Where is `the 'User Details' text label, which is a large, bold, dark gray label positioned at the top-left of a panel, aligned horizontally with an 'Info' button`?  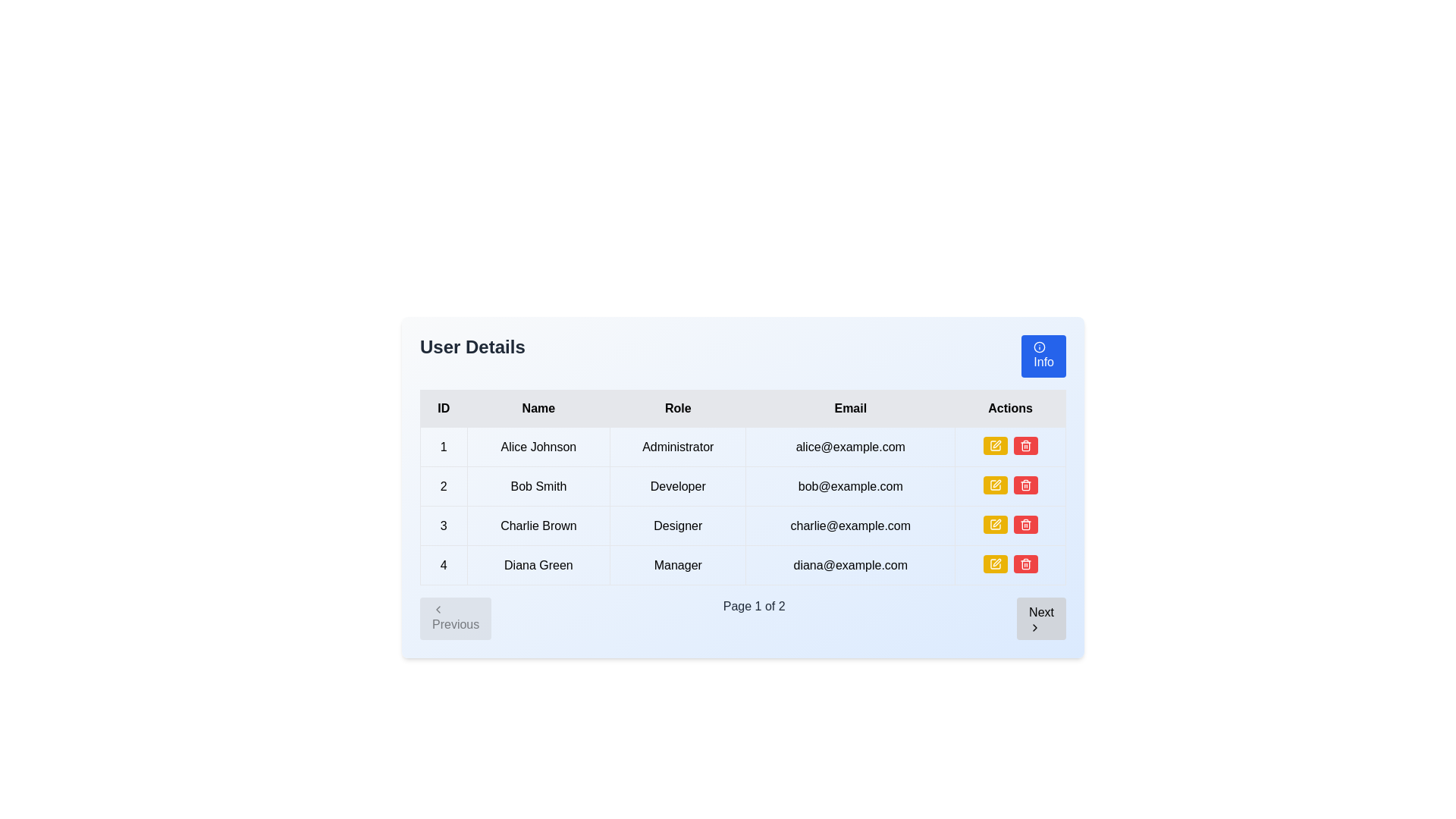 the 'User Details' text label, which is a large, bold, dark gray label positioned at the top-left of a panel, aligned horizontally with an 'Info' button is located at coordinates (472, 356).